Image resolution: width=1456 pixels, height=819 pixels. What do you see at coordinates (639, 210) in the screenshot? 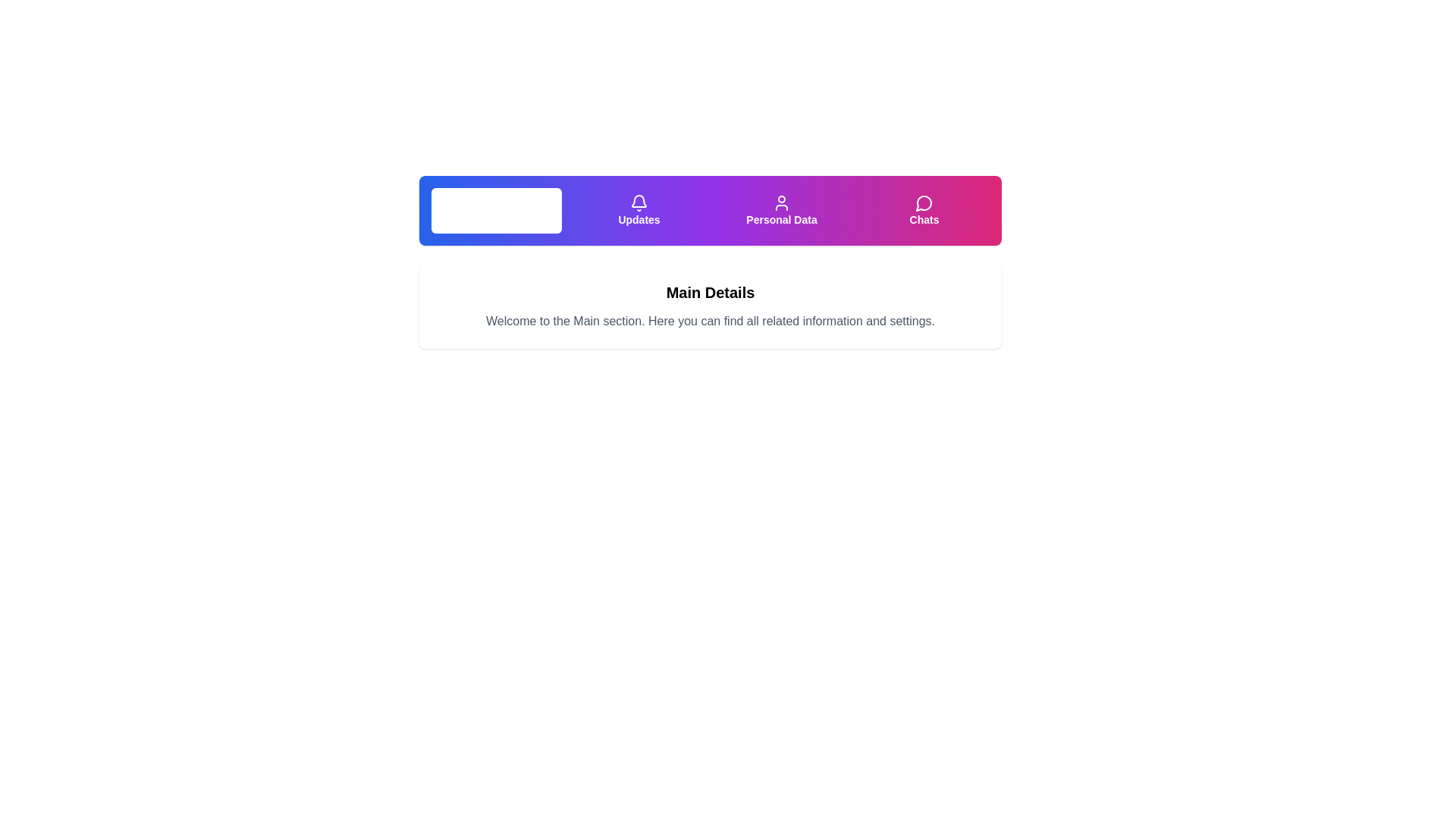
I see `the 'Updates' navigation button located between the 'Main Section' and 'Personal Data' buttons` at bounding box center [639, 210].